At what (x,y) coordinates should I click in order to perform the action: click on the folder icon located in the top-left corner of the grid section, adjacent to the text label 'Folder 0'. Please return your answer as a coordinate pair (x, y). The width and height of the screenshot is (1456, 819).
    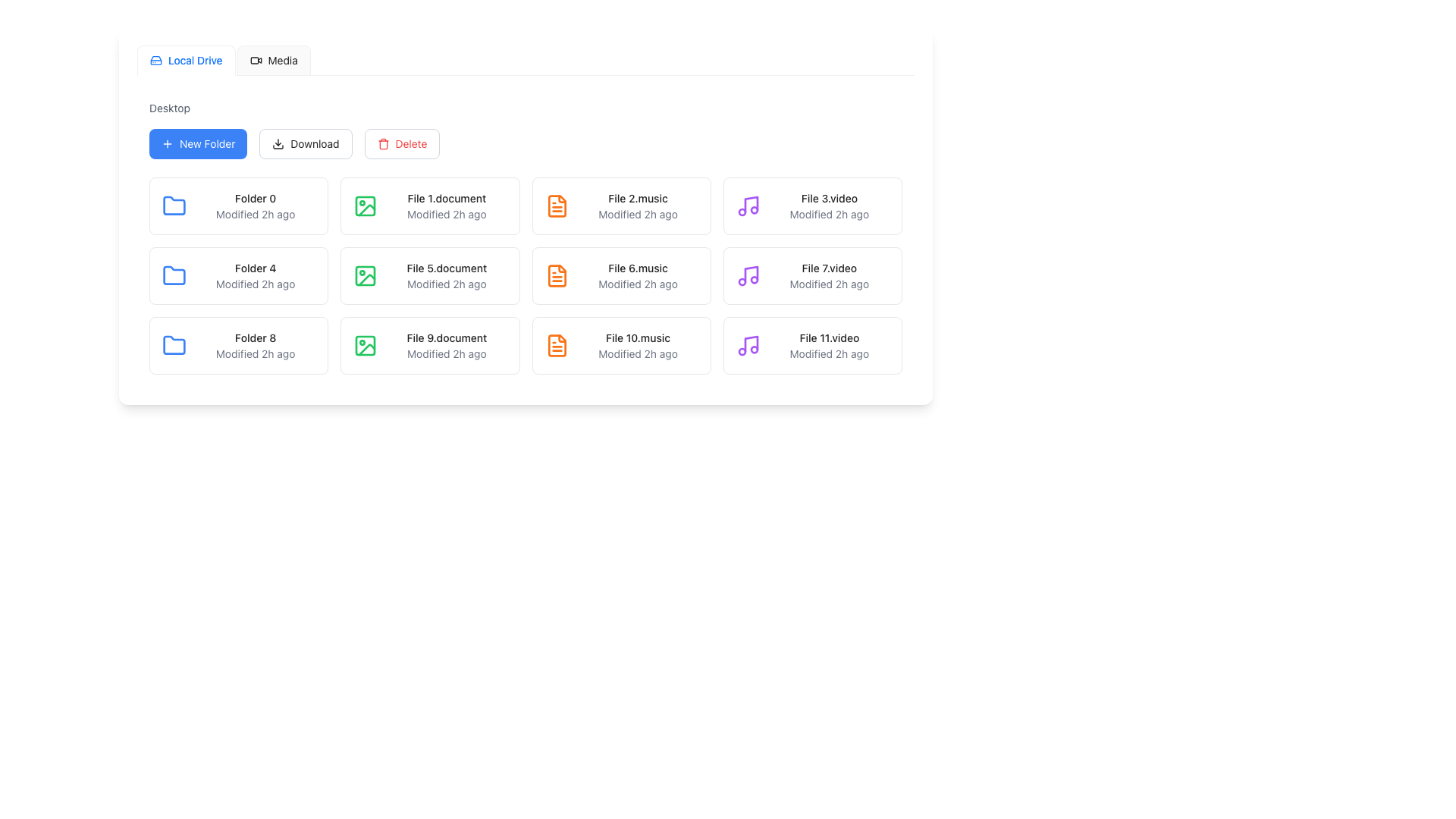
    Looking at the image, I should click on (174, 205).